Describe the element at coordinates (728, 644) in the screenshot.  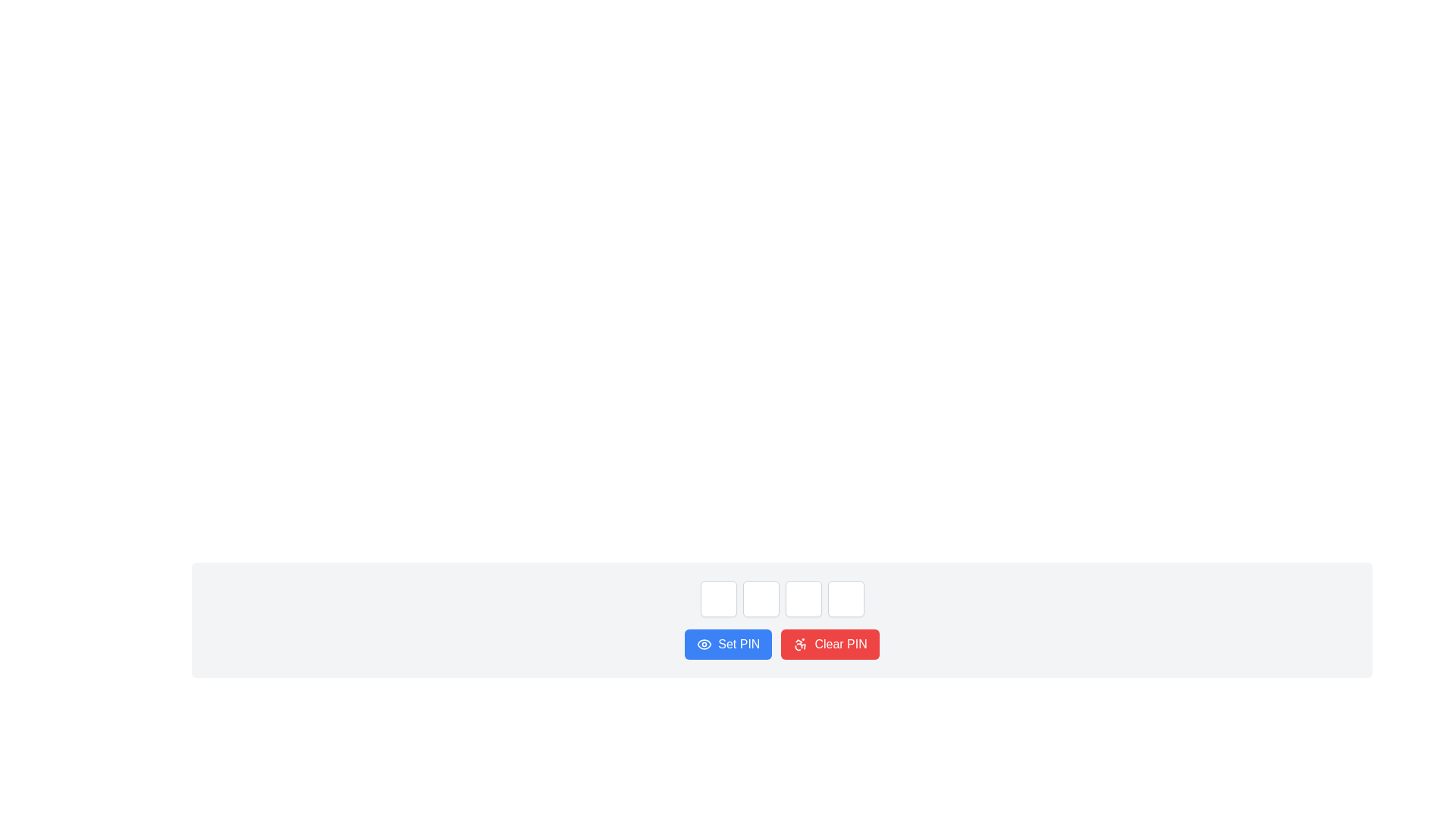
I see `the 'Set PIN' button, which has a blue background and white text, to trigger the hover effect` at that location.